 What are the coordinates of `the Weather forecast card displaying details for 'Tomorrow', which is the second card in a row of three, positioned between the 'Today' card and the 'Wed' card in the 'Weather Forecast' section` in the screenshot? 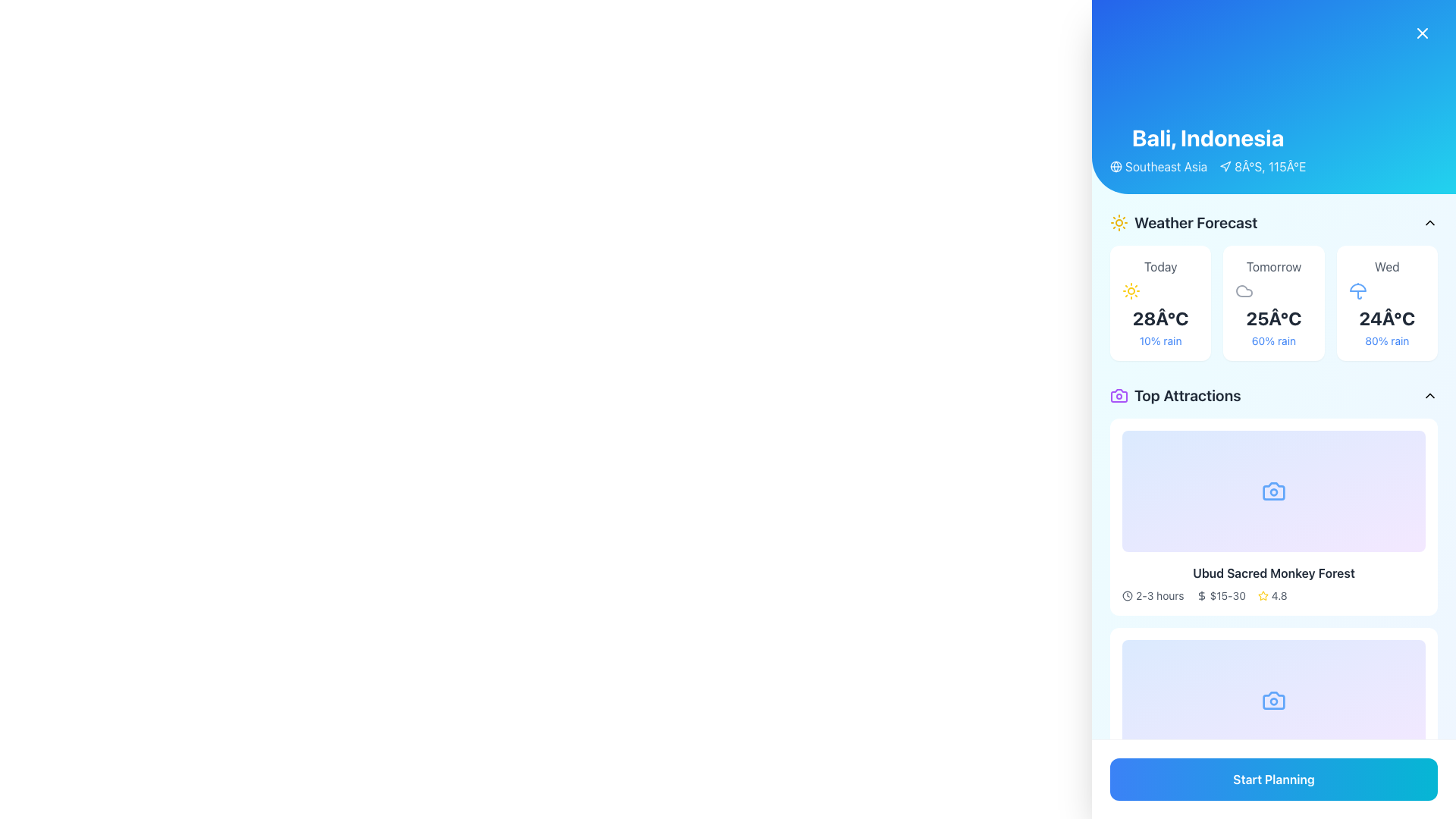 It's located at (1274, 303).